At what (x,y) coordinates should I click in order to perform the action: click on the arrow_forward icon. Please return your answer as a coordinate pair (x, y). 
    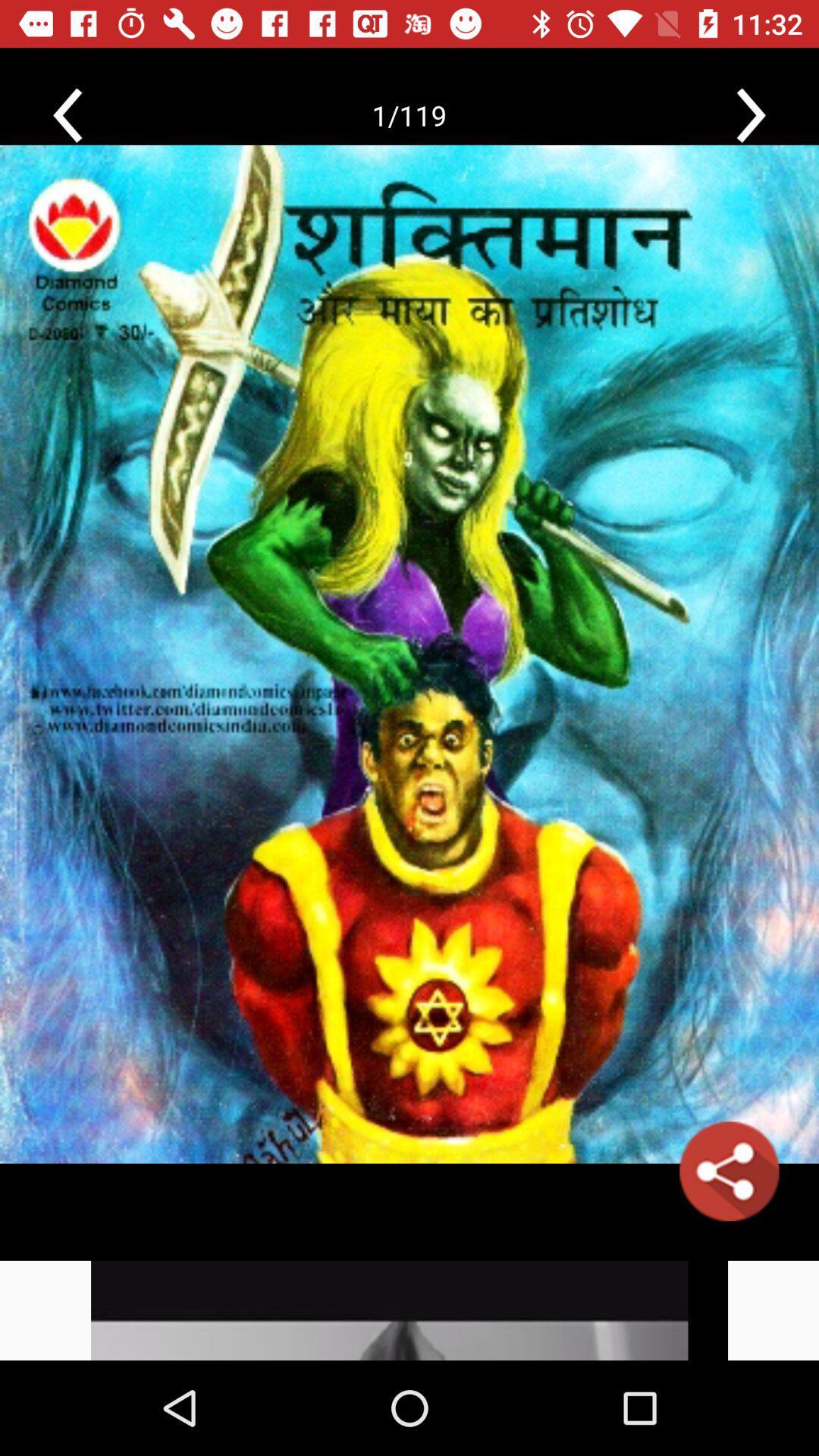
    Looking at the image, I should click on (751, 115).